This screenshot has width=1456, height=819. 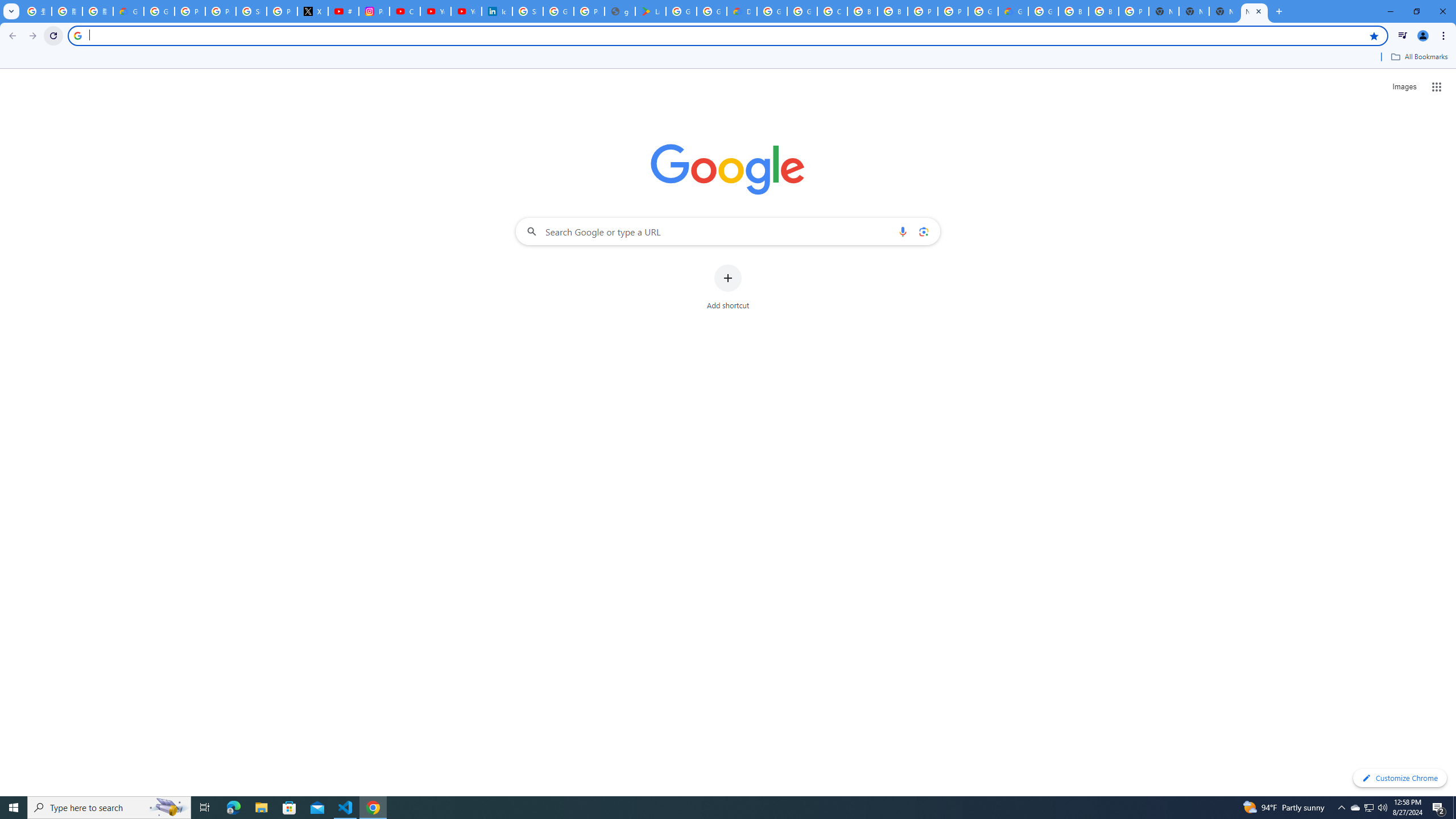 I want to click on 'Google Workspace - Specific Terms', so click(x=712, y=11).